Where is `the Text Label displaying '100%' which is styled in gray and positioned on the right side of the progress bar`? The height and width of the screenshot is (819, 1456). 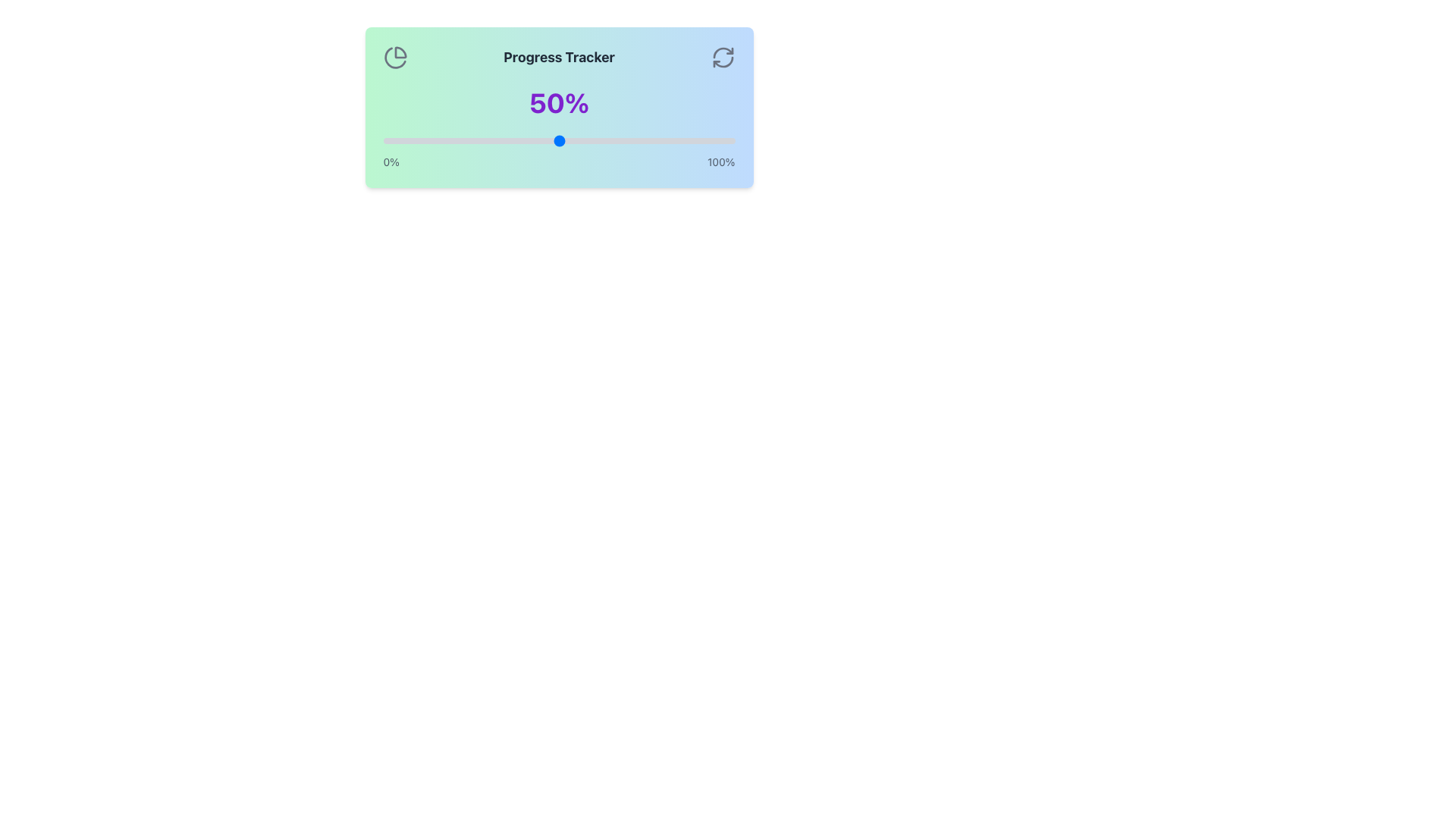 the Text Label displaying '100%' which is styled in gray and positioned on the right side of the progress bar is located at coordinates (720, 162).